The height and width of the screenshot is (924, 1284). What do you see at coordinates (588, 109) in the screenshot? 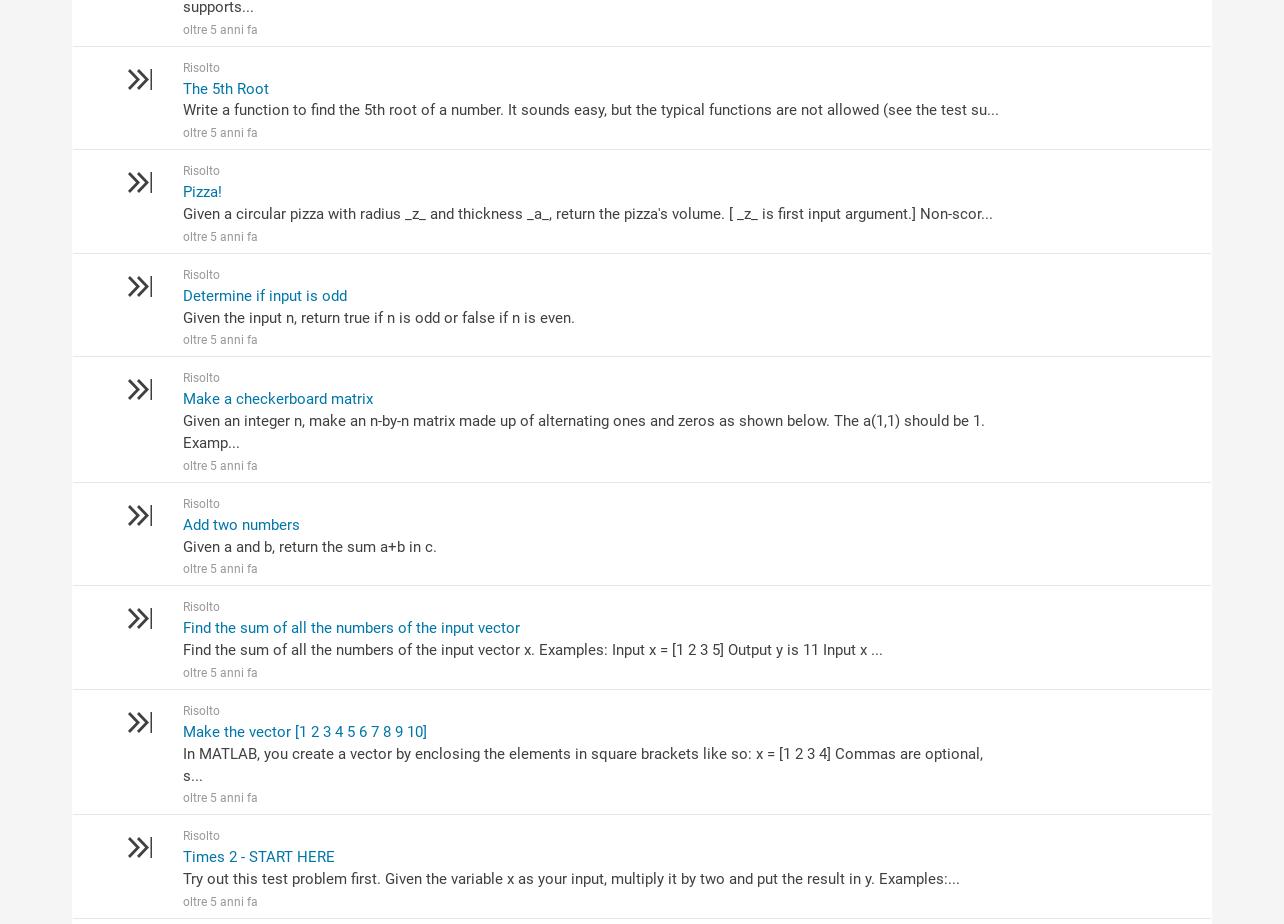
I see `'Write a function to find the 5th root of a number.

It sounds easy, but the typical functions are not allowed (see the test su...'` at bounding box center [588, 109].